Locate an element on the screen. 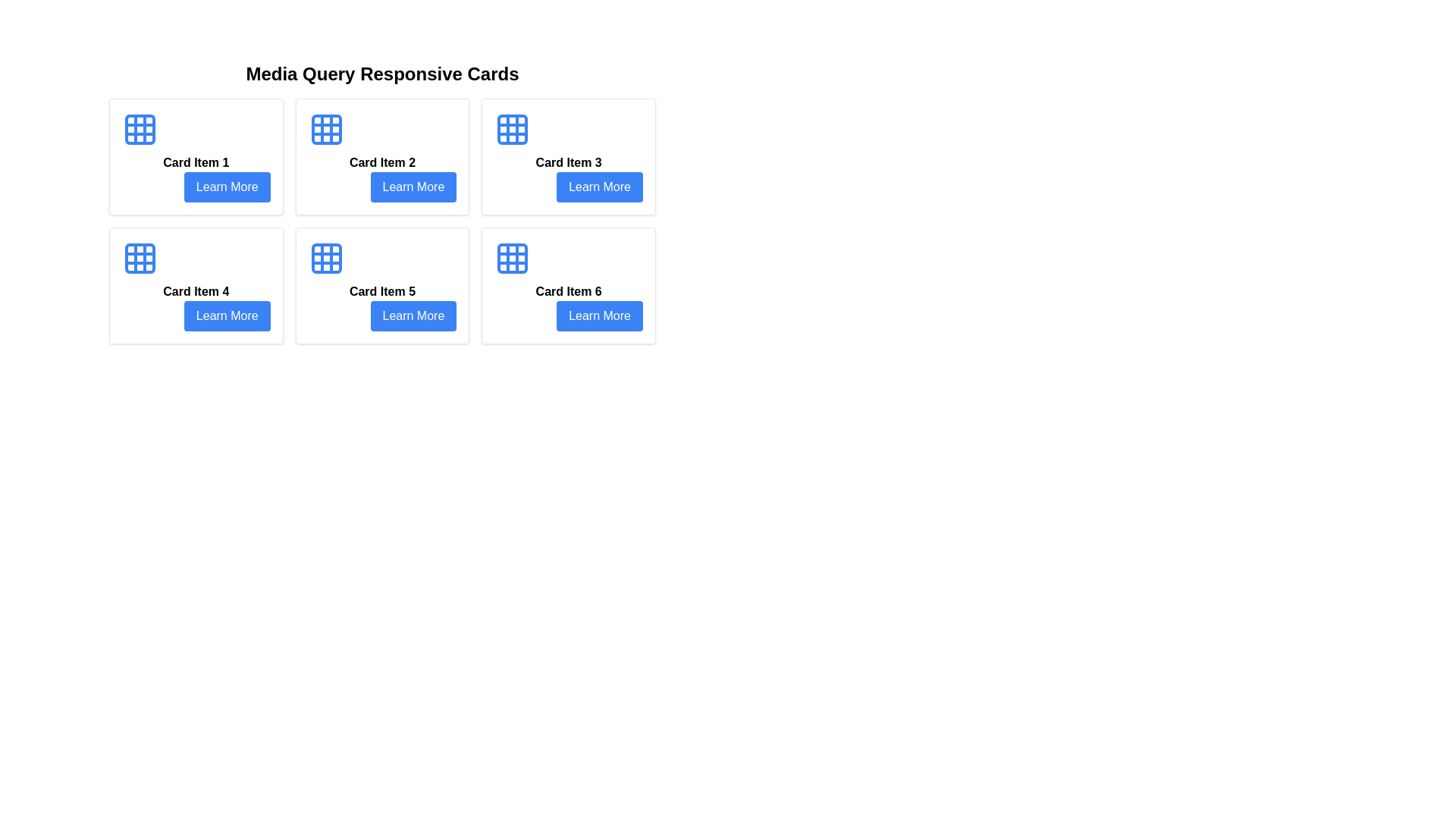 The width and height of the screenshot is (1456, 819). the rectangular button labeled 'Learn More' with a blue background located in the bottom-right corner of Card Item 2 is located at coordinates (413, 186).